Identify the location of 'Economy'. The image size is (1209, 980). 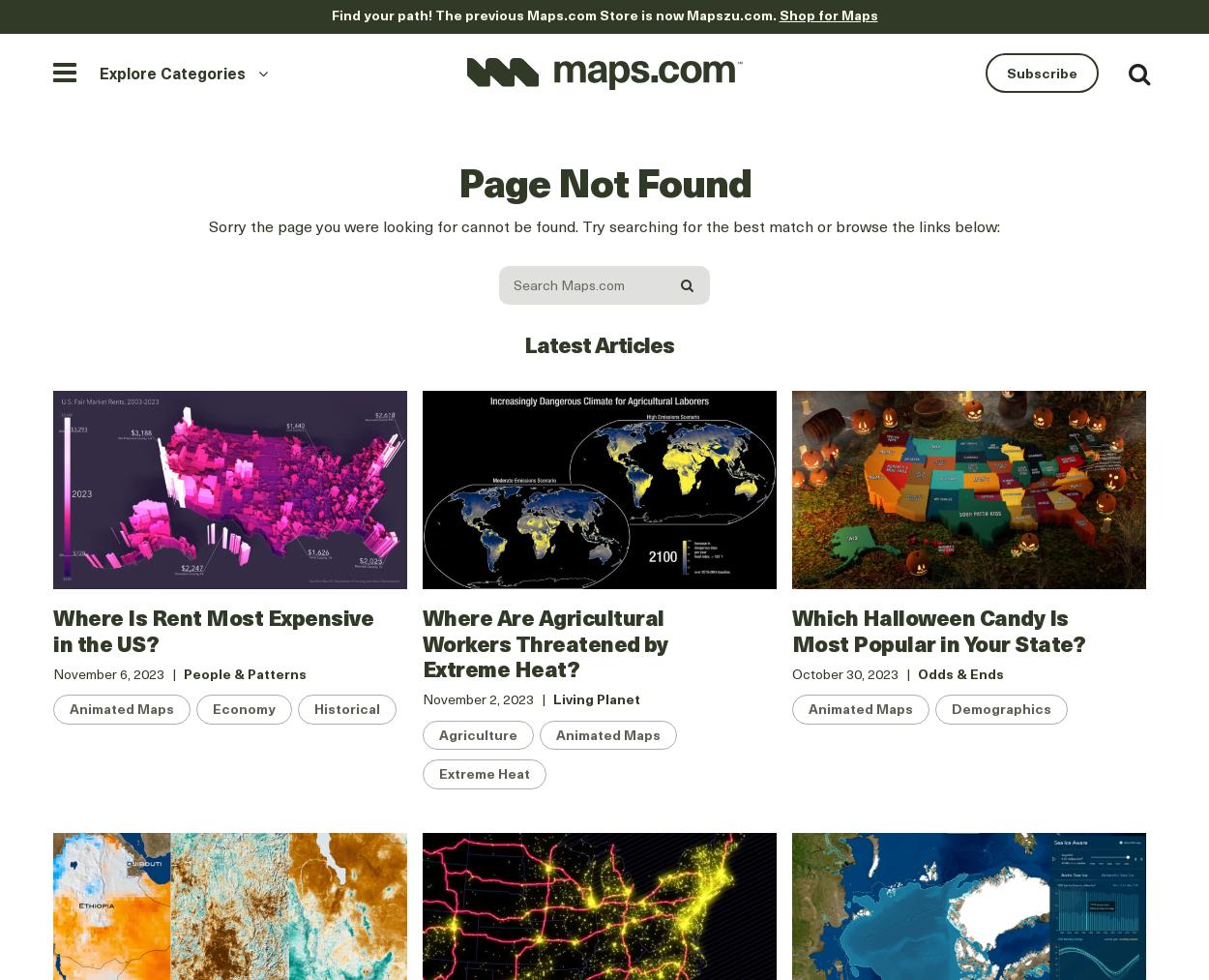
(244, 708).